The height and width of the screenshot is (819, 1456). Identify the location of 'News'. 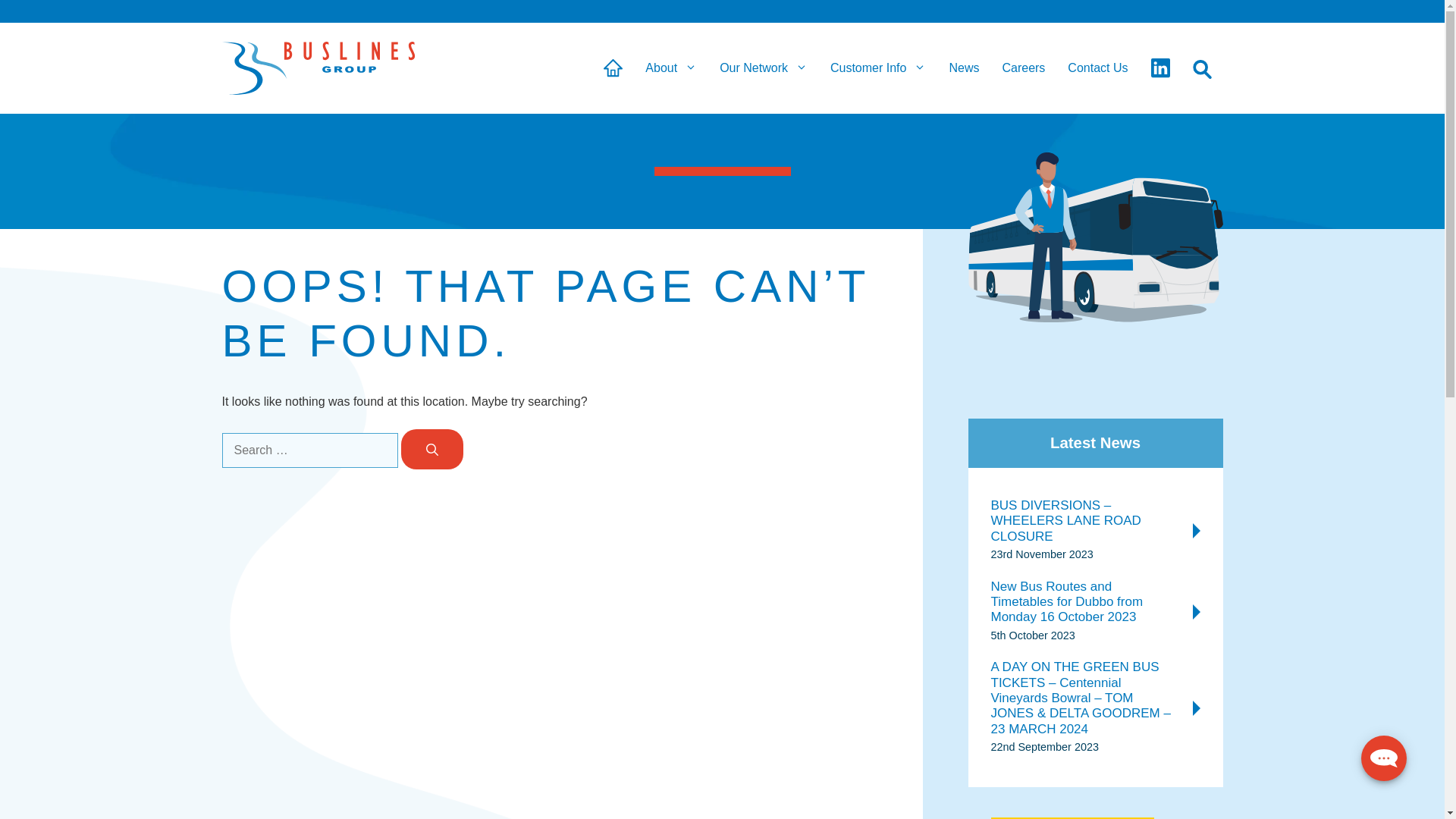
(963, 67).